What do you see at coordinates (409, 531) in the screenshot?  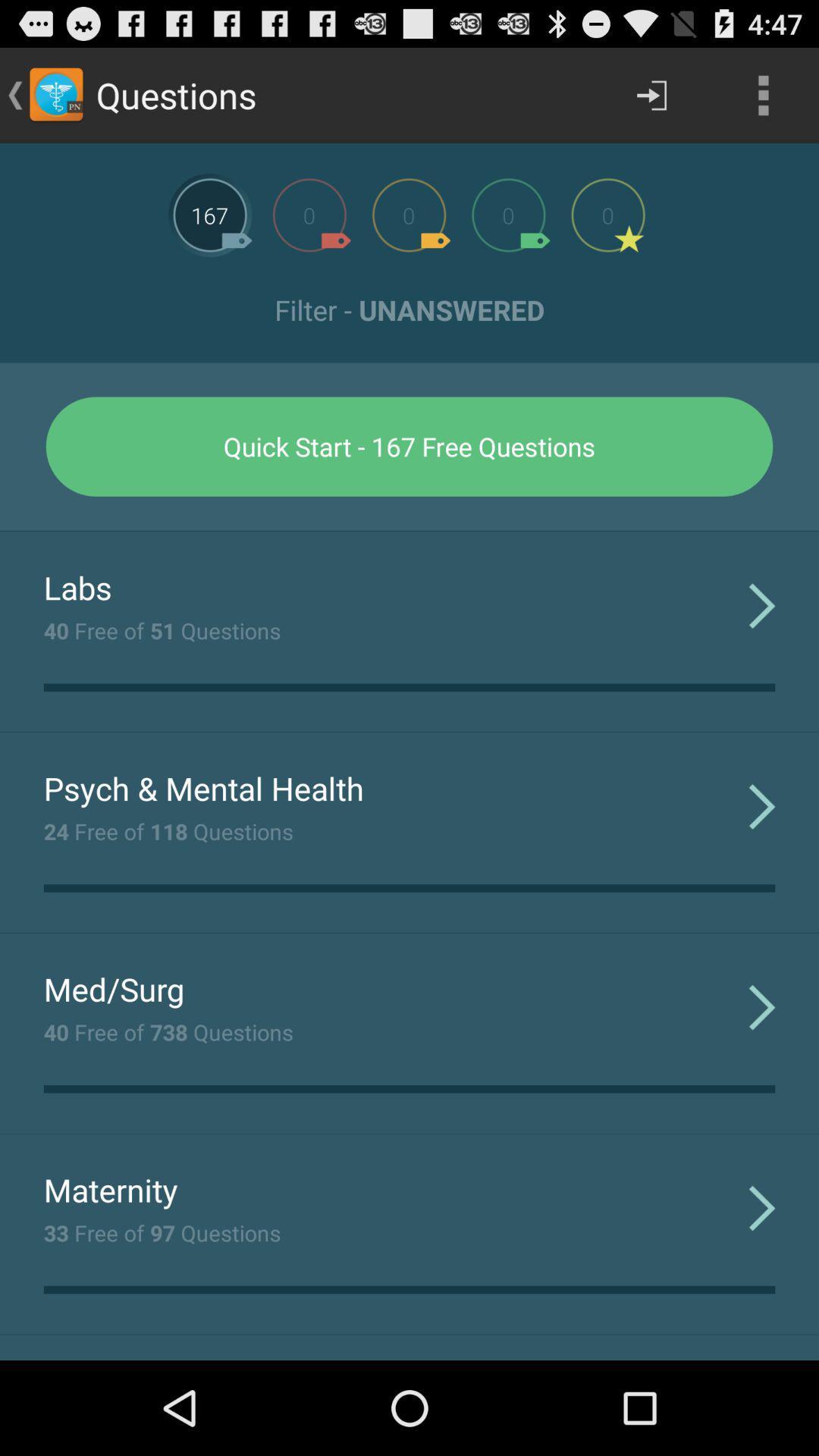 I see `icon at the center` at bounding box center [409, 531].